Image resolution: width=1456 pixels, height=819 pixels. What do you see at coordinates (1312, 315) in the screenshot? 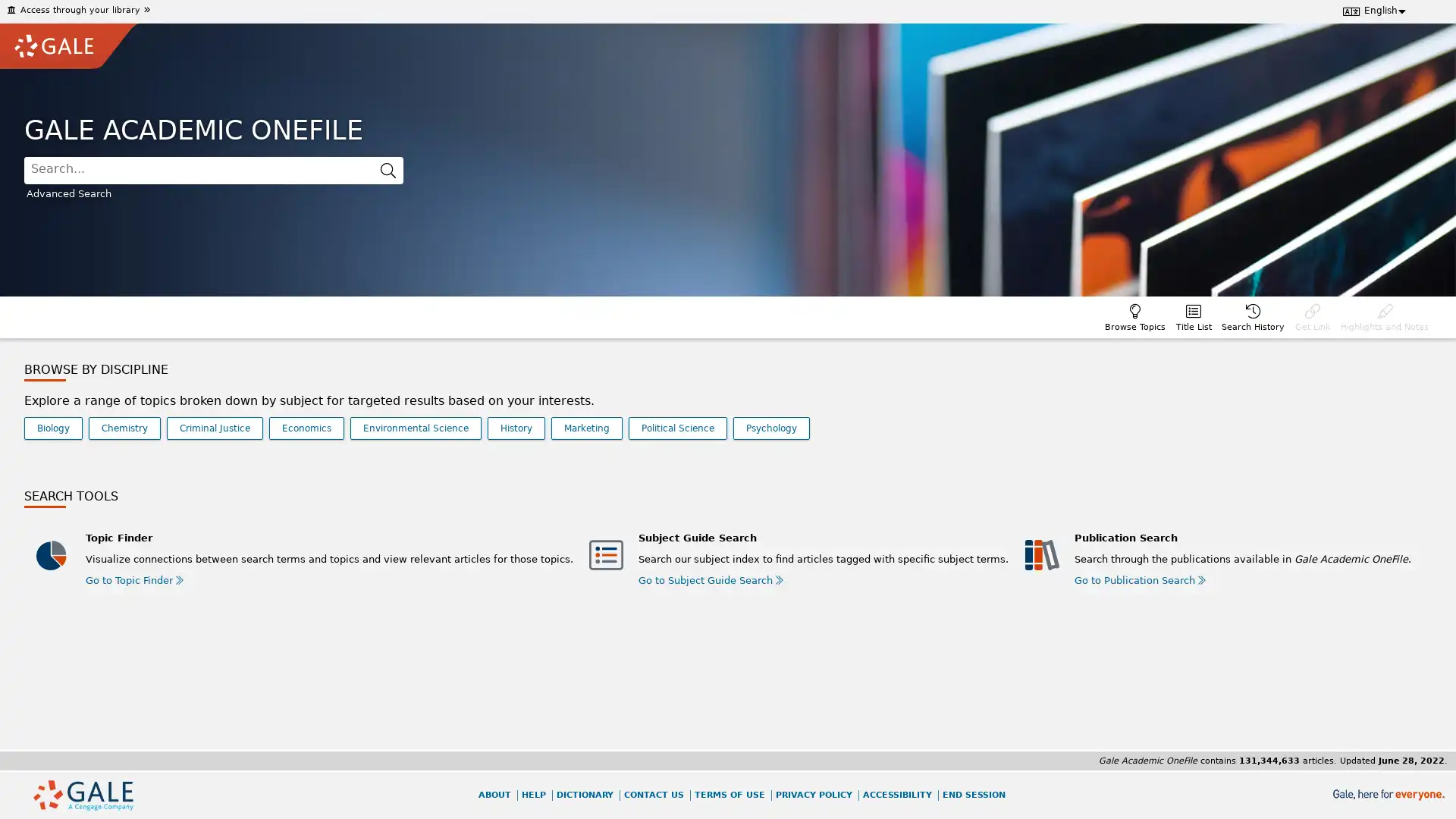
I see `Get Link` at bounding box center [1312, 315].